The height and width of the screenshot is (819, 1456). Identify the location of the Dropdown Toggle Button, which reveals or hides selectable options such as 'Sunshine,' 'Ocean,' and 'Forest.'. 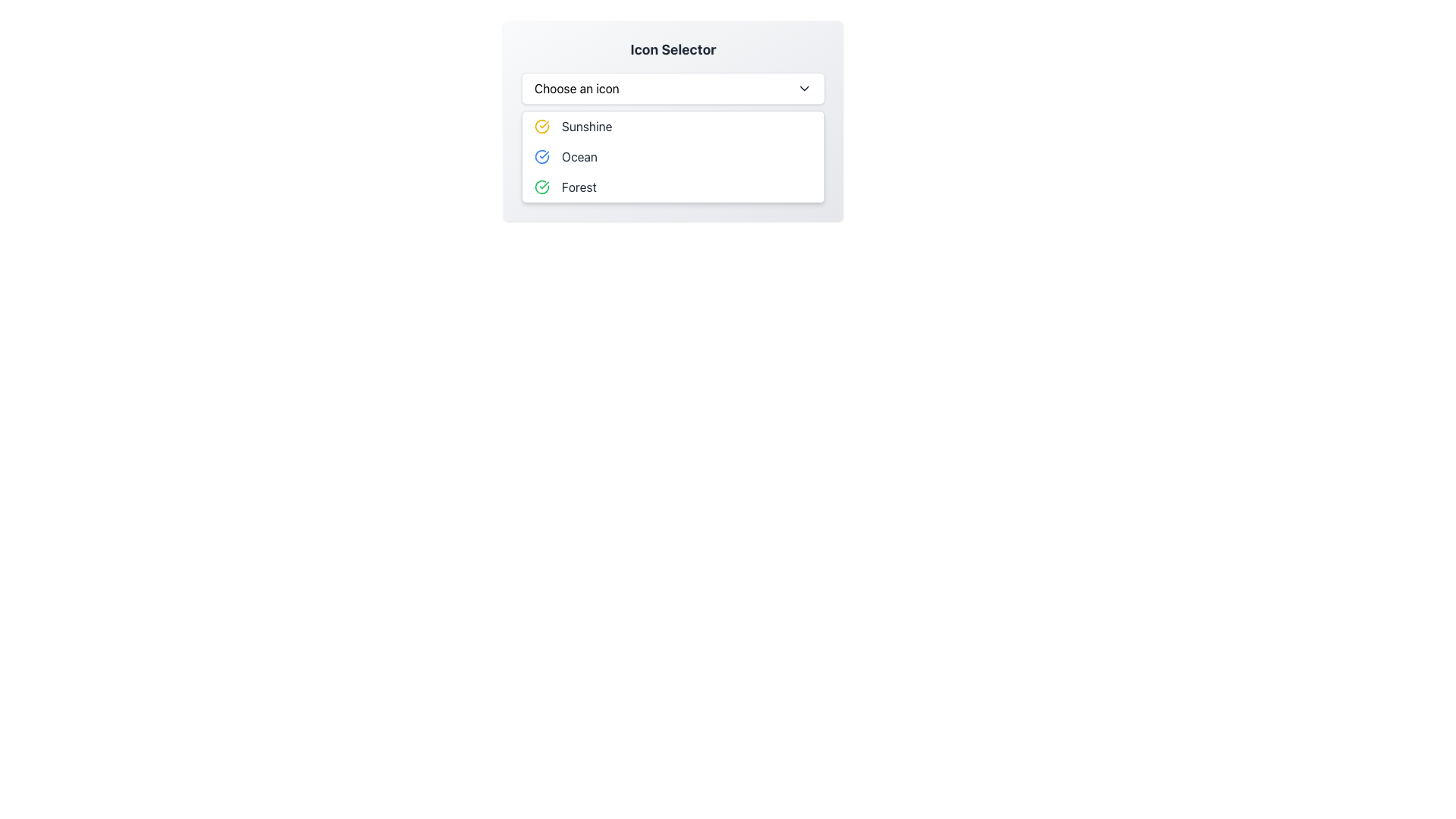
(673, 88).